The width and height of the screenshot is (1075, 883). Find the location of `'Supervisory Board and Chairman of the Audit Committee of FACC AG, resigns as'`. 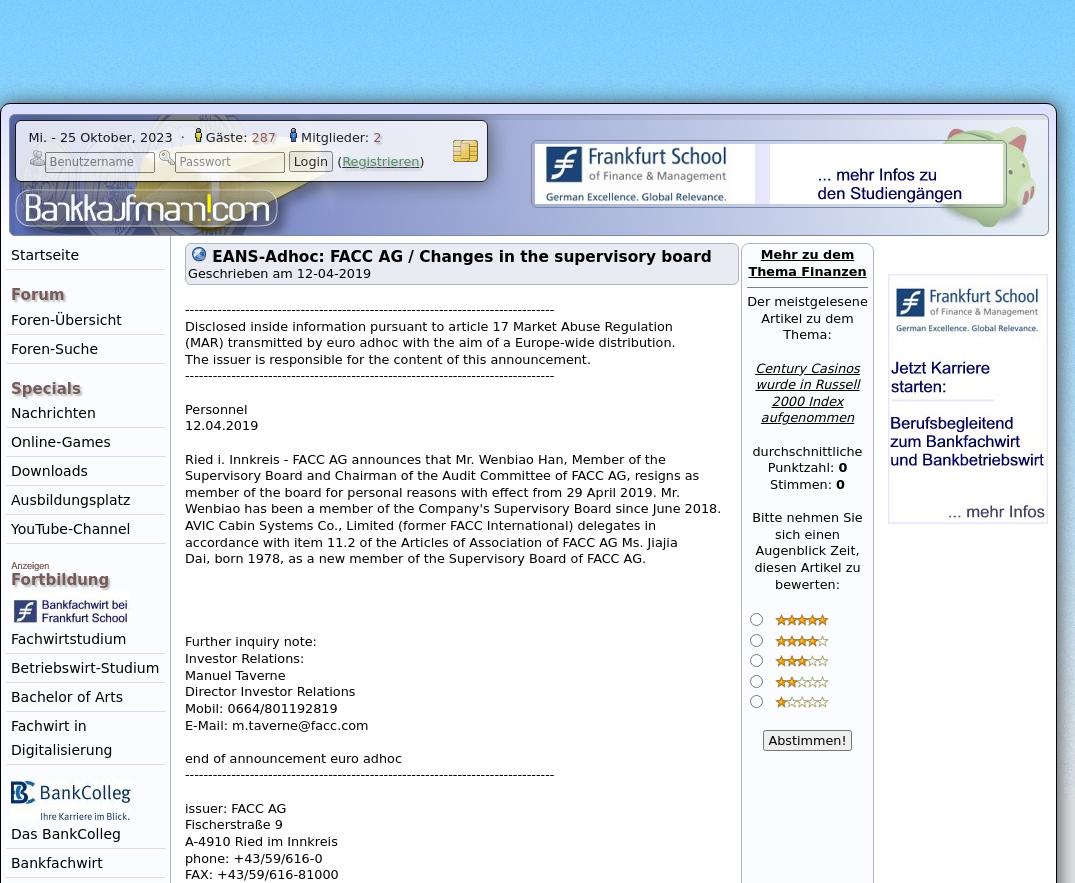

'Supervisory Board and Chairman of the Audit Committee of FACC AG, resigns as' is located at coordinates (442, 474).